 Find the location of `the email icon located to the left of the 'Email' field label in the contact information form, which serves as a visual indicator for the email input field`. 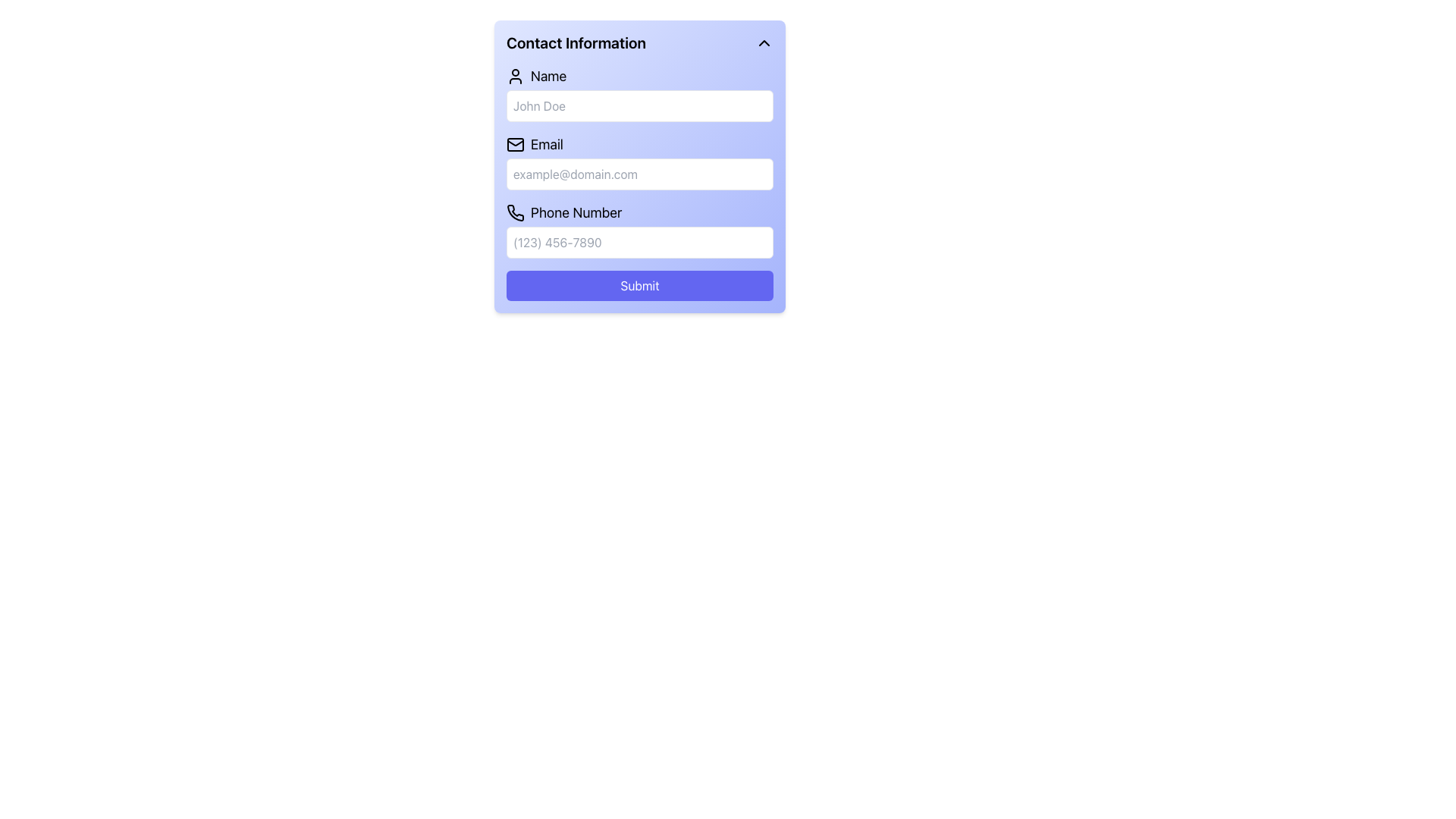

the email icon located to the left of the 'Email' field label in the contact information form, which serves as a visual indicator for the email input field is located at coordinates (516, 145).